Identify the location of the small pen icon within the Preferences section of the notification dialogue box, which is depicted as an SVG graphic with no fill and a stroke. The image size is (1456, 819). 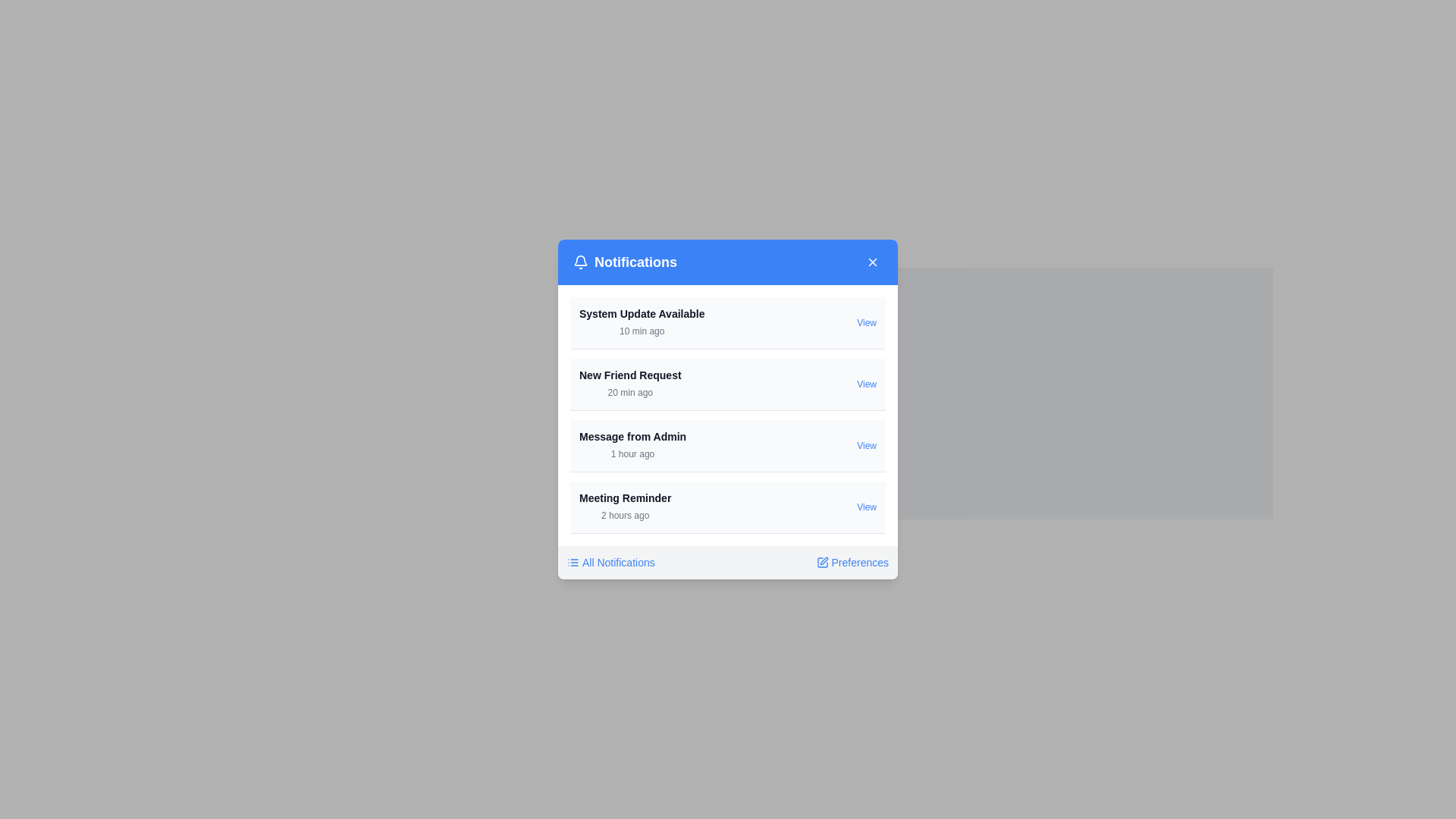
(823, 561).